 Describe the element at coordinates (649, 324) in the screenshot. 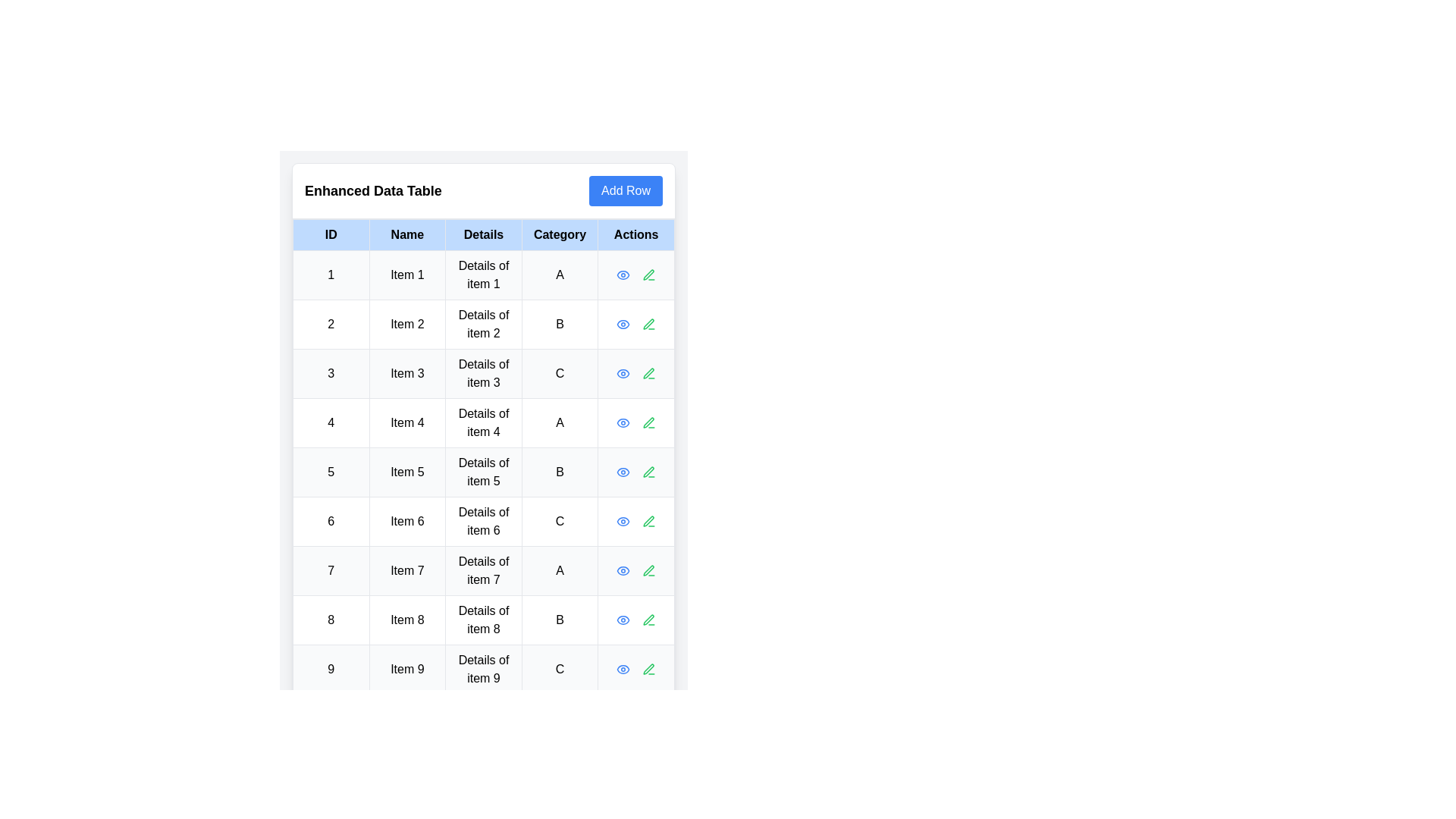

I see `the small green button with a pen icon in the 'Actions' column of the second row in the 'Enhanced Data Table'` at that location.